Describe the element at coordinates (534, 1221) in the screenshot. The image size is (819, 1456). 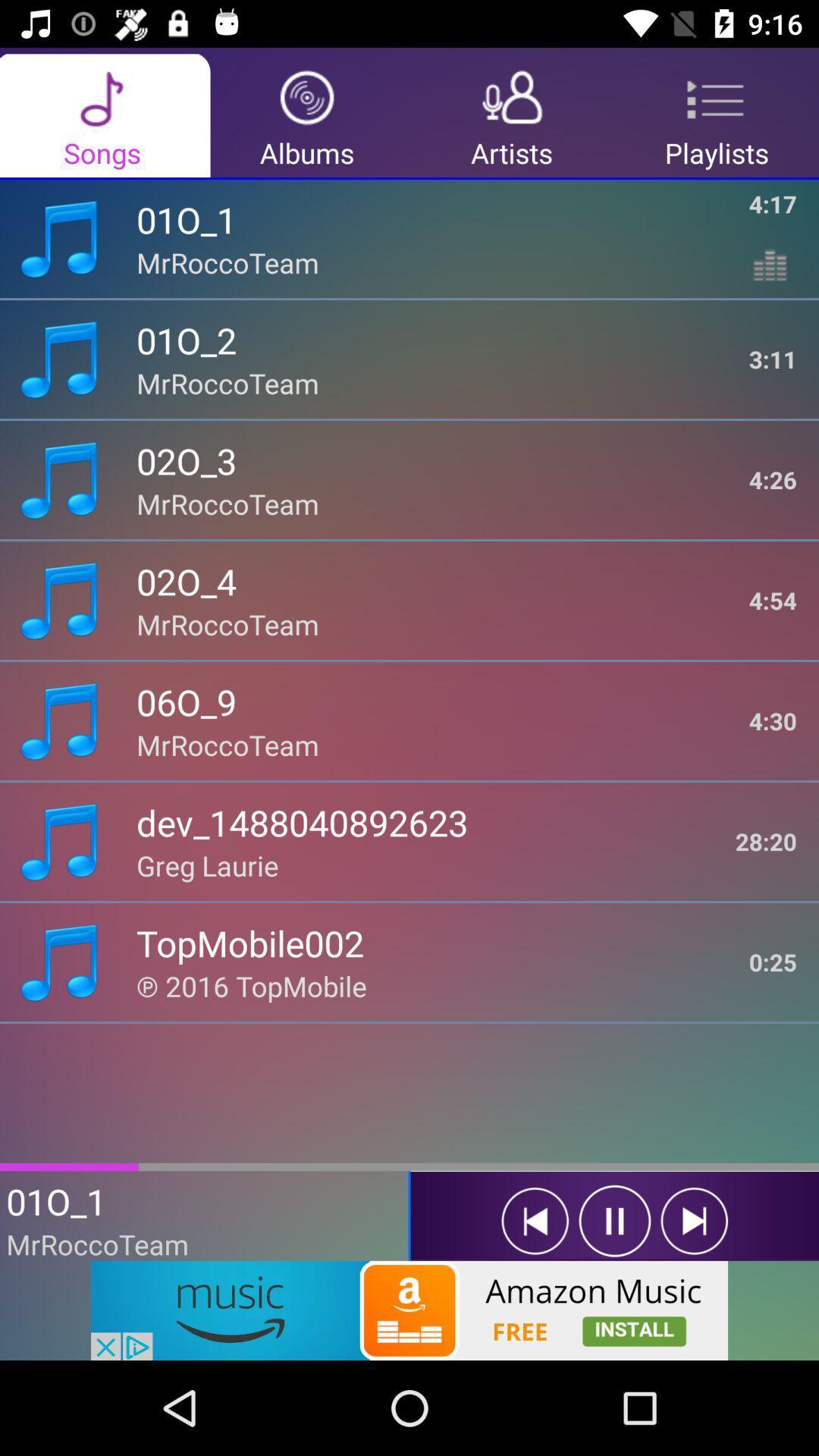
I see `the skip_previous icon` at that location.